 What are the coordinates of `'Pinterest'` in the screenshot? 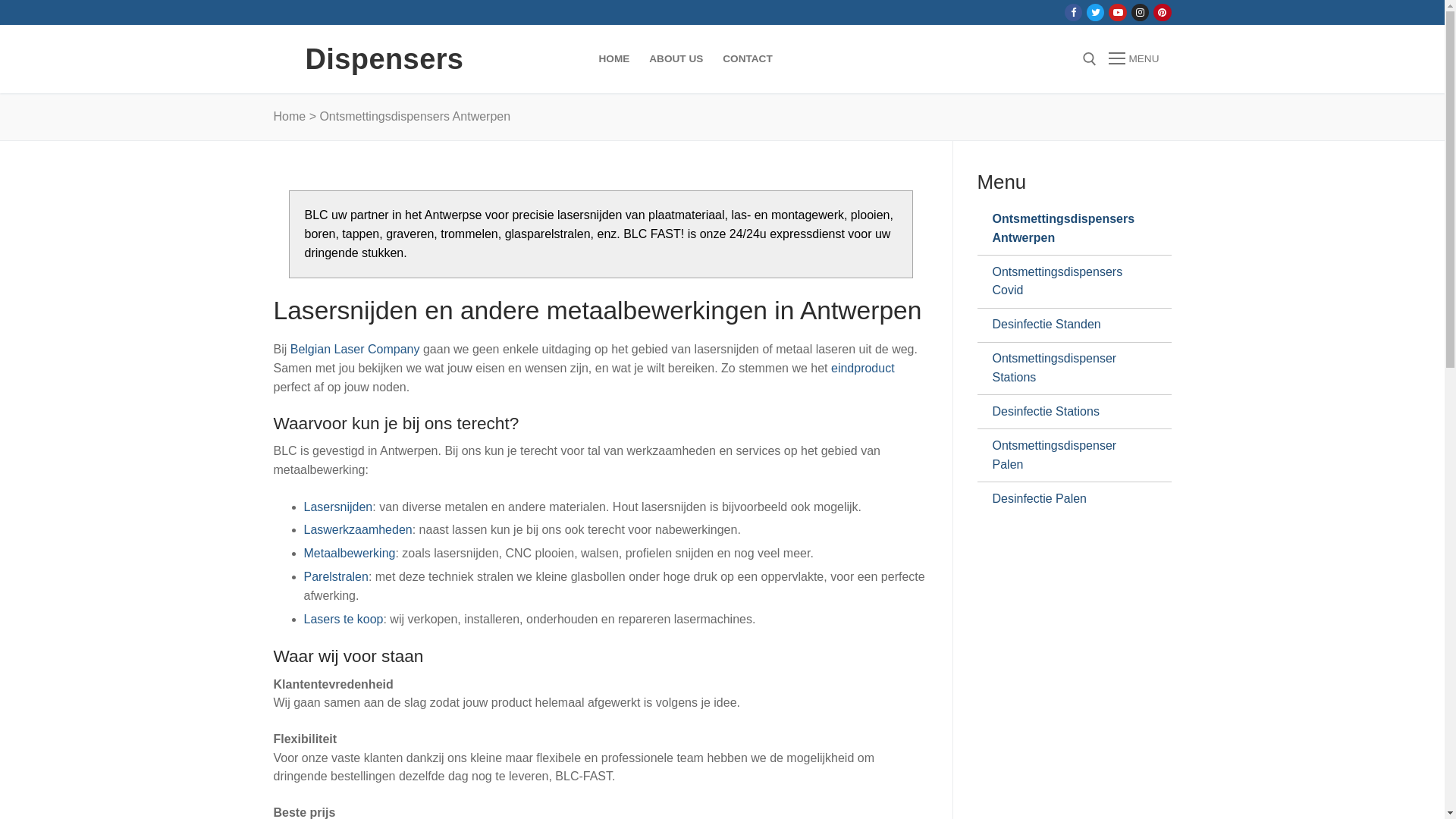 It's located at (1161, 12).